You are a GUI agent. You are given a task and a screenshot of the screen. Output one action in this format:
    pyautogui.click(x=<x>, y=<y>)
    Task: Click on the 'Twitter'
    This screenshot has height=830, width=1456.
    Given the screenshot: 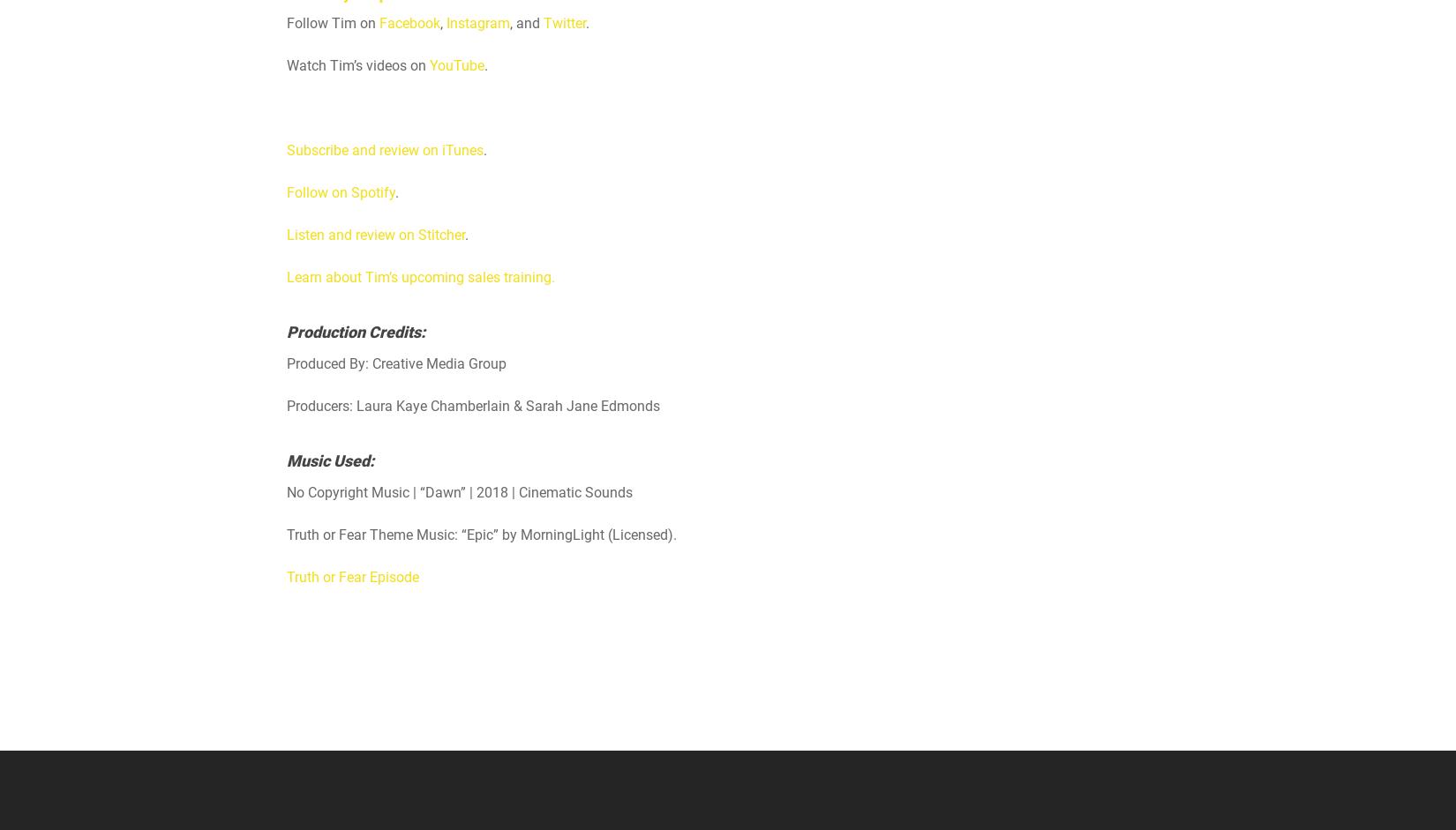 What is the action you would take?
    pyautogui.click(x=564, y=23)
    